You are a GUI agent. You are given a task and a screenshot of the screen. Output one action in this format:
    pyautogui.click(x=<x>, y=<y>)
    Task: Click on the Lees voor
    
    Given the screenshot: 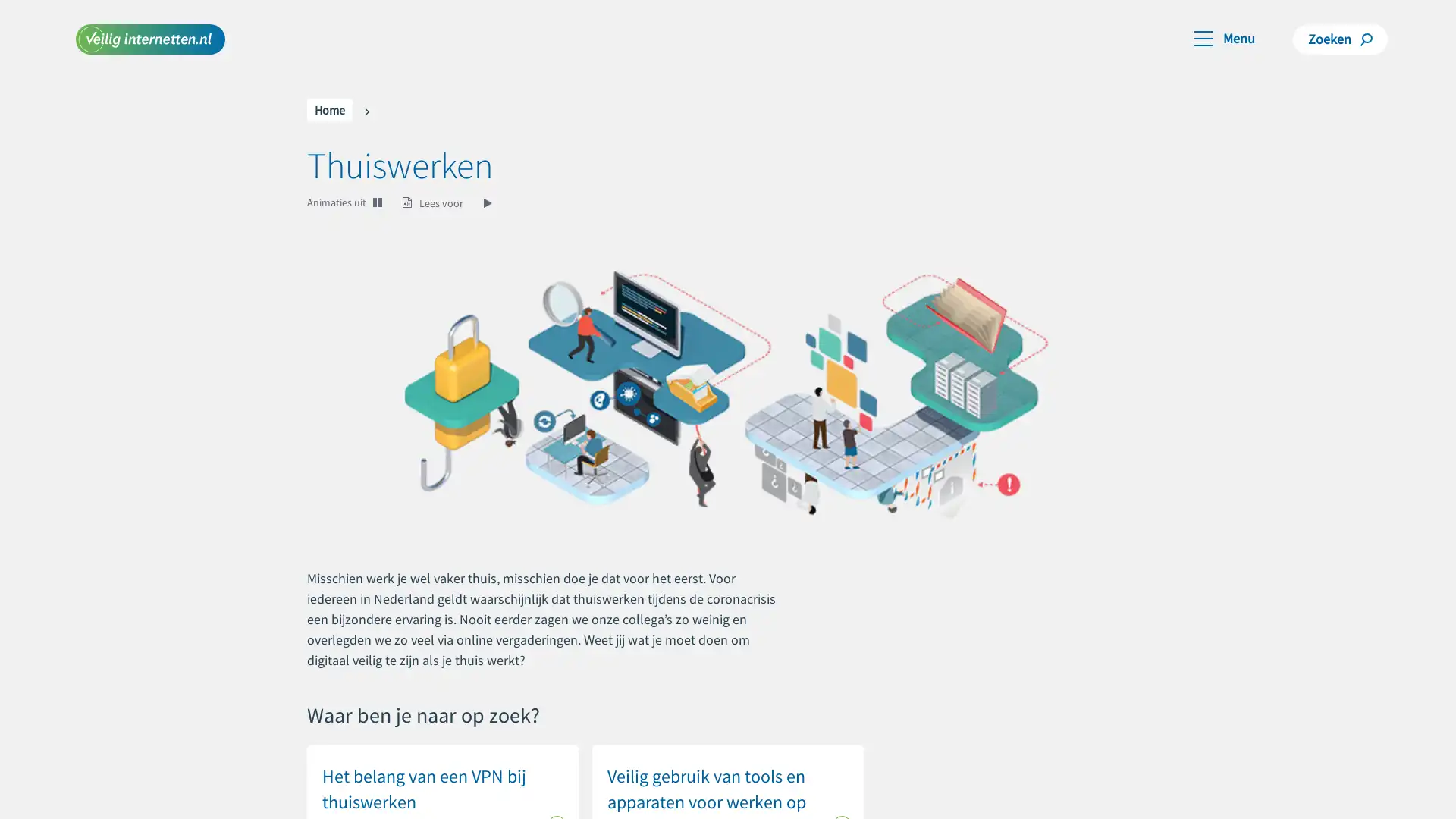 What is the action you would take?
    pyautogui.click(x=449, y=201)
    